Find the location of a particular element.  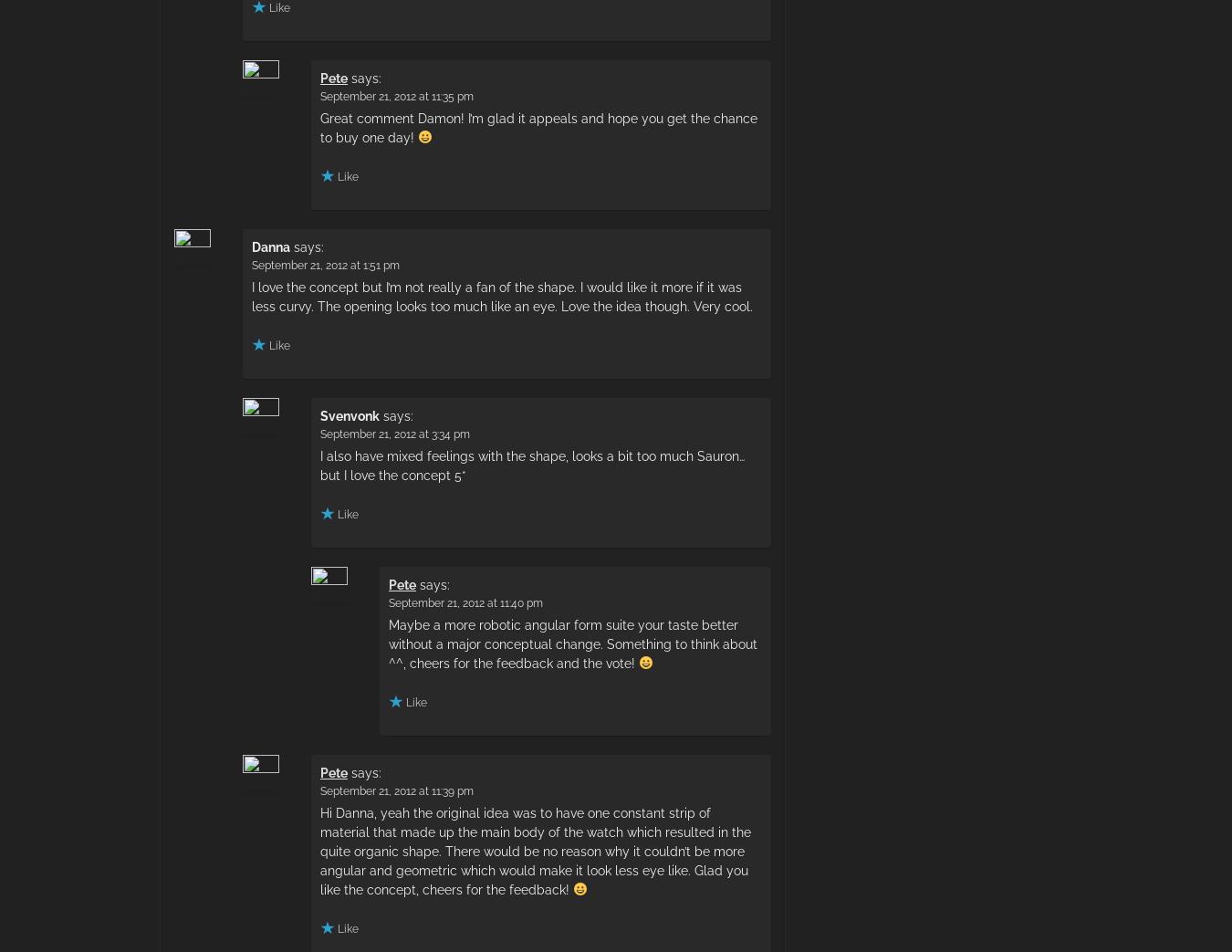

'September 21, 2012 at 11:39 pm' is located at coordinates (396, 790).